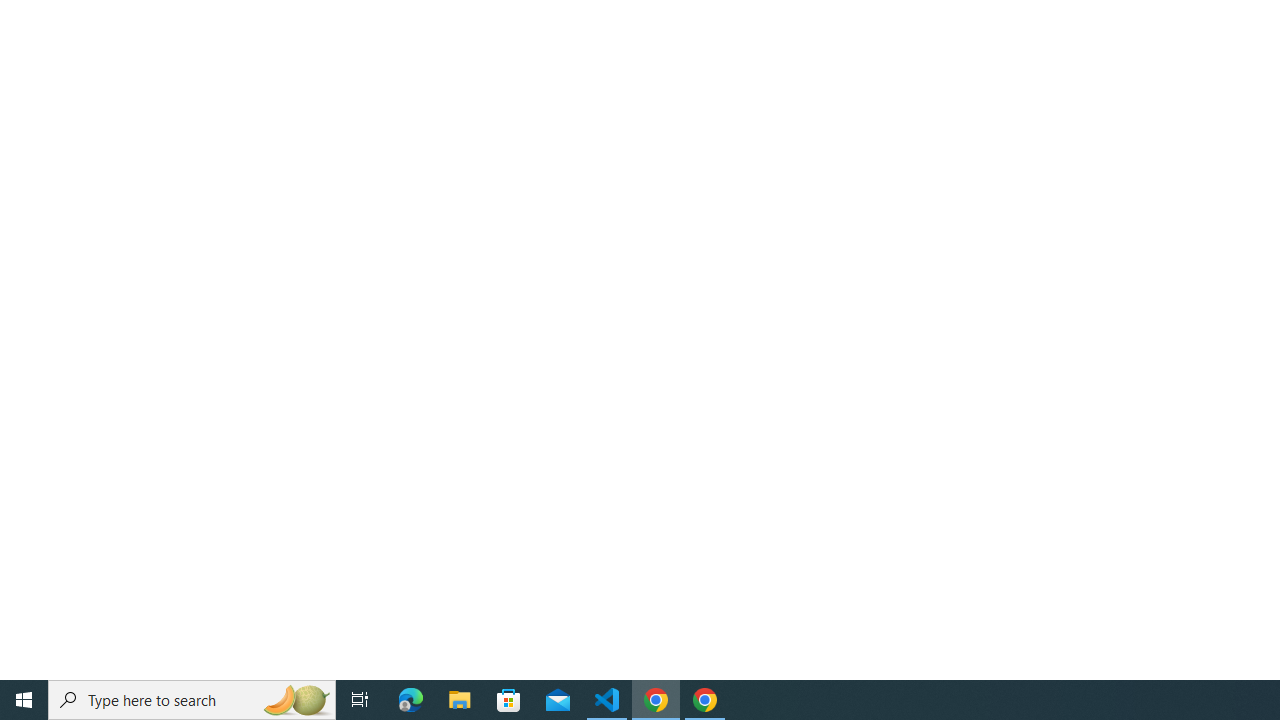  What do you see at coordinates (410, 698) in the screenshot?
I see `'Microsoft Edge'` at bounding box center [410, 698].